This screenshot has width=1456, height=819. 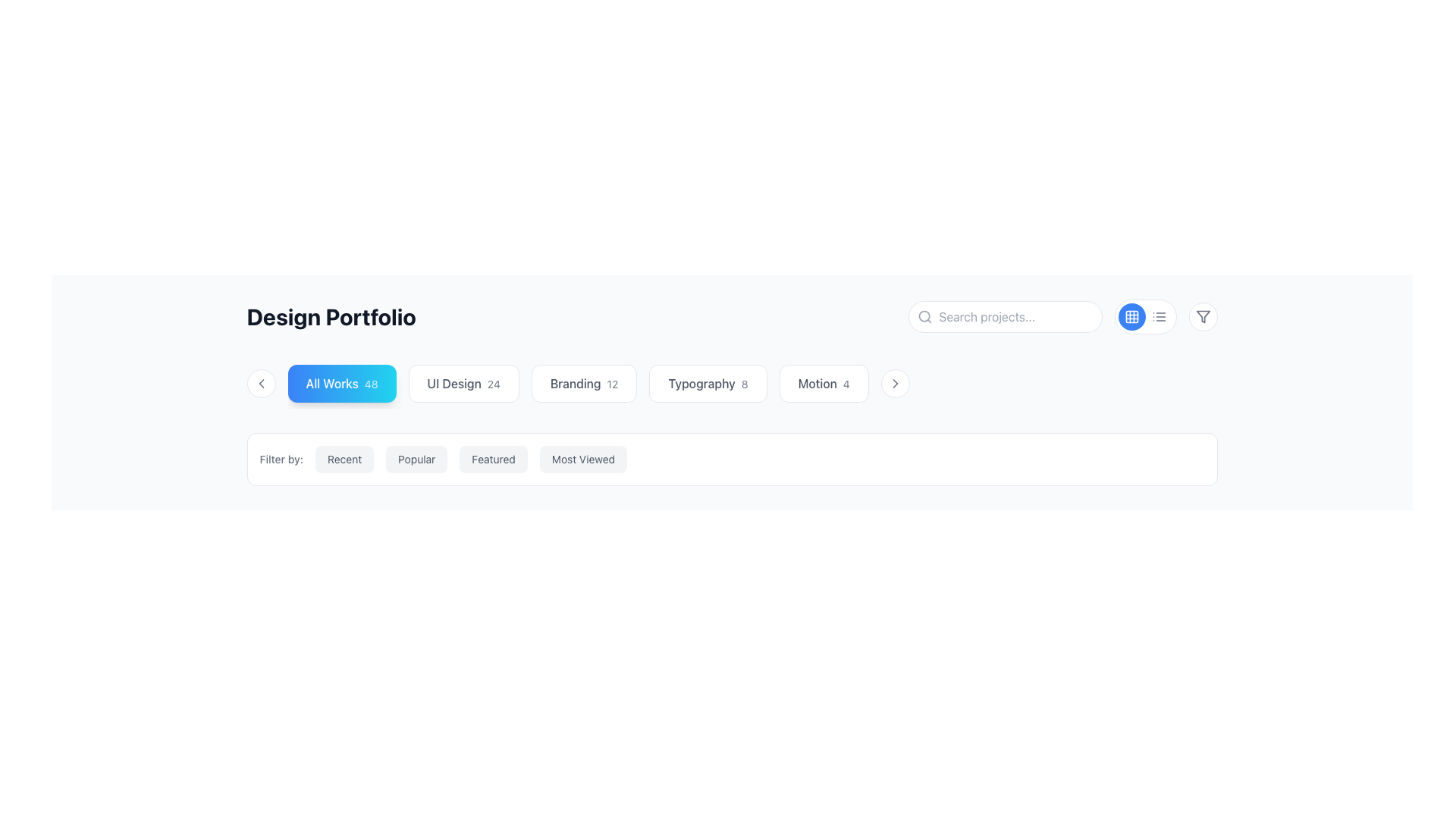 I want to click on the 'All Works 48' button, which is a rectangular button with rounded corners and a gradient background, to filter by all works, so click(x=341, y=382).